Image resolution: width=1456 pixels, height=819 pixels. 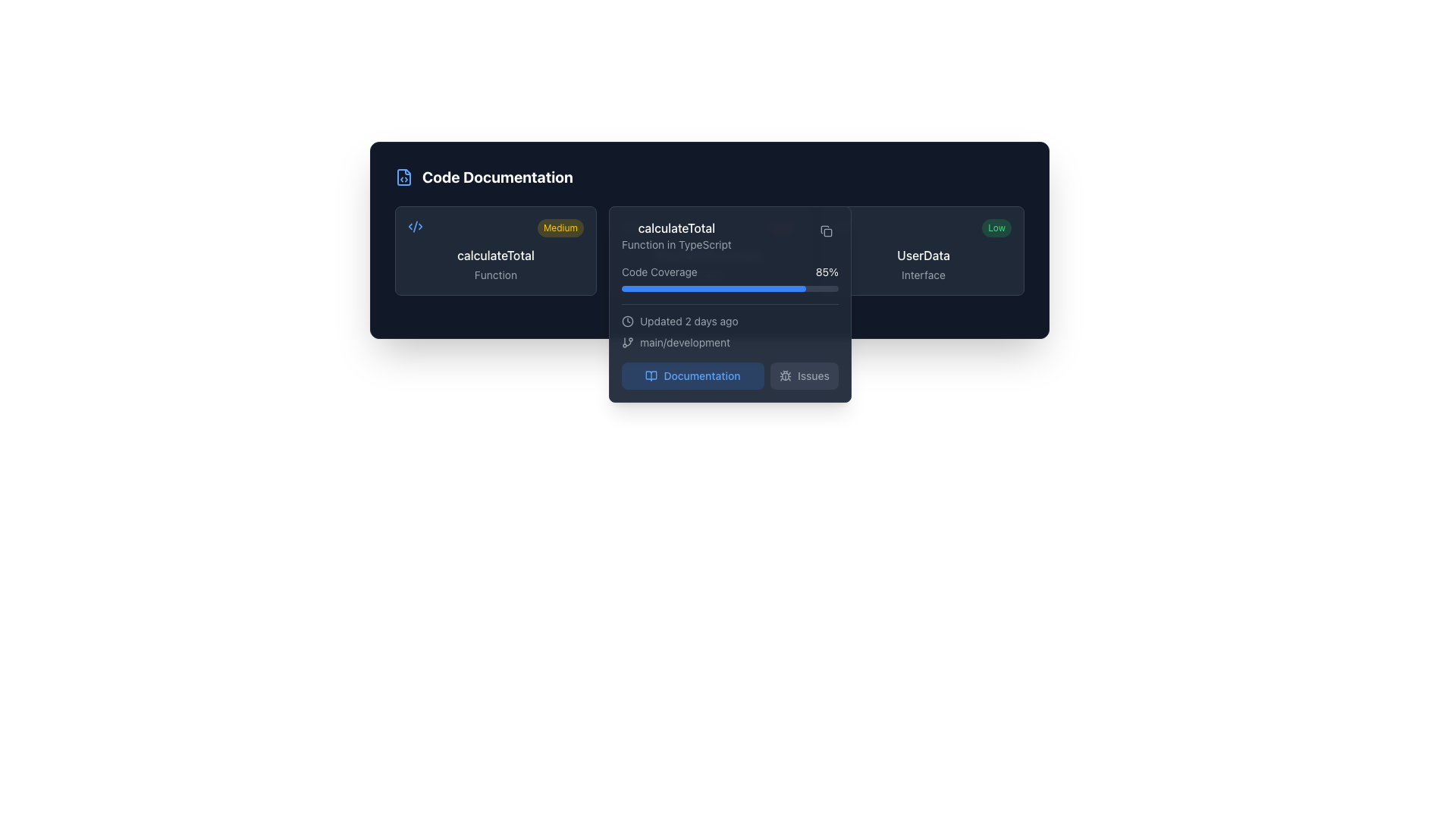 I want to click on the text label 'Interface' which is formatted in light gray and positioned beneath the 'UserData' label in a card, so click(x=923, y=275).